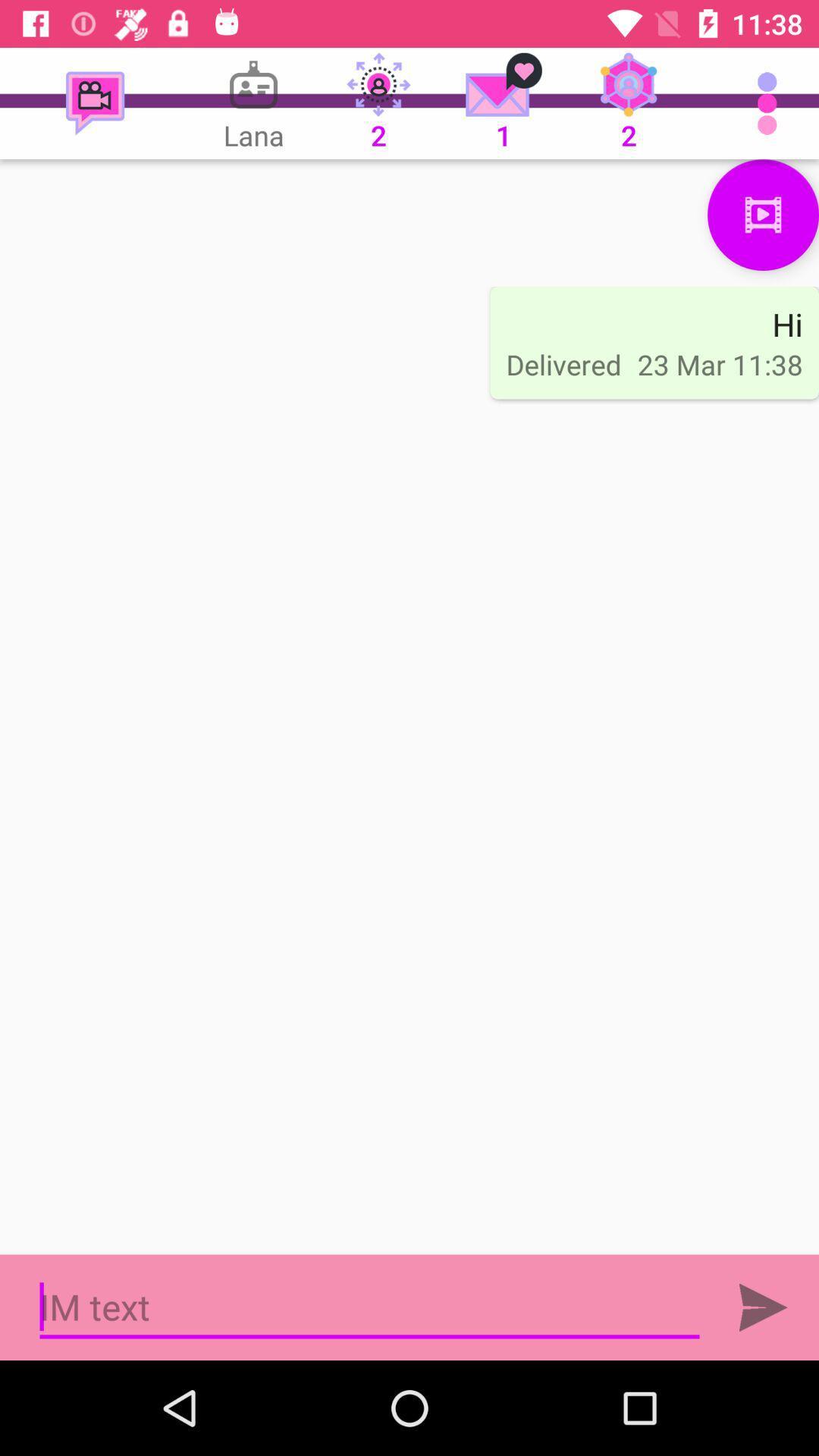  Describe the element at coordinates (369, 1307) in the screenshot. I see `text` at that location.